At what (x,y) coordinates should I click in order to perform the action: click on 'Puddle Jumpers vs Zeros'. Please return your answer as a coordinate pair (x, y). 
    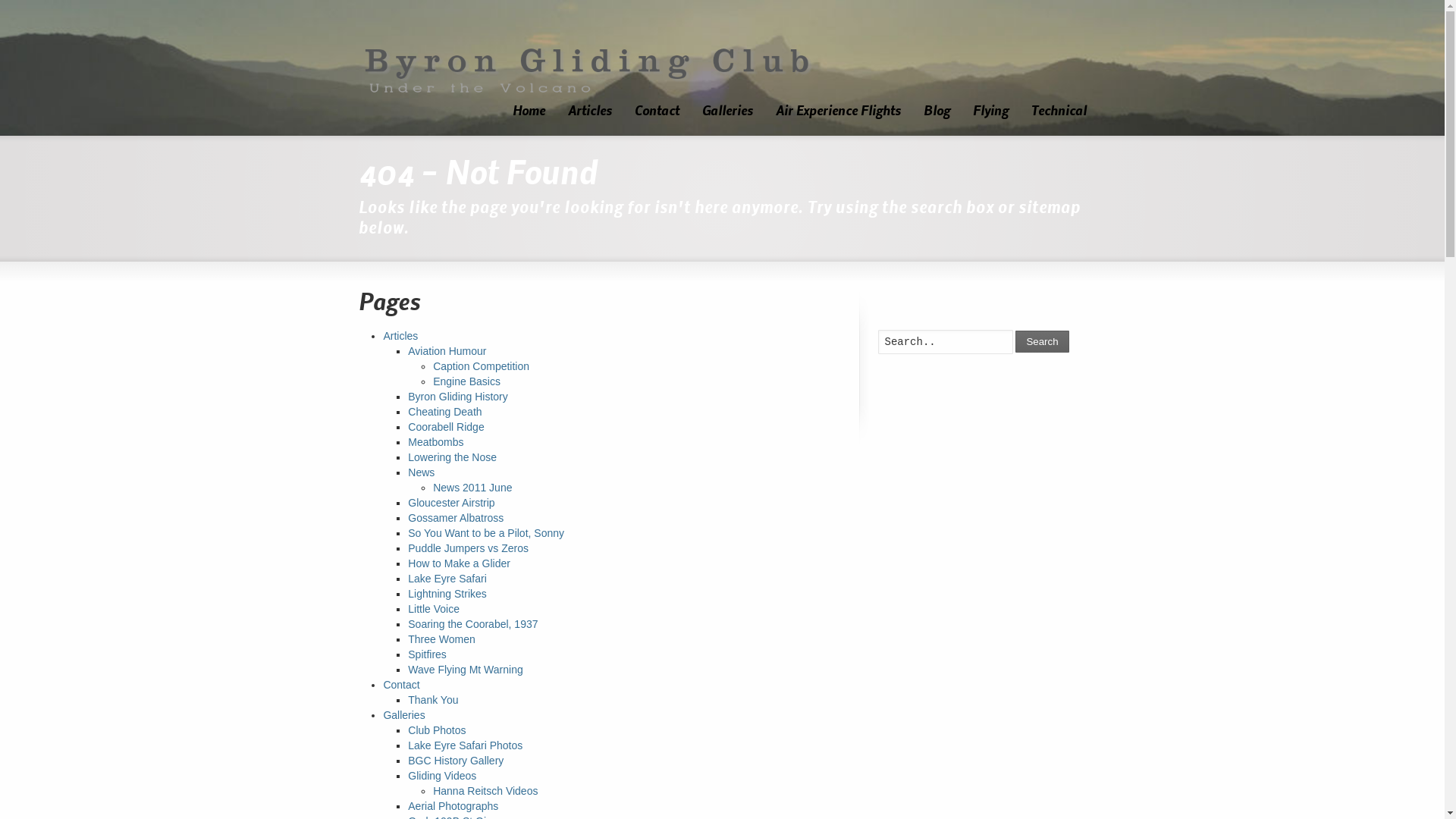
    Looking at the image, I should click on (467, 548).